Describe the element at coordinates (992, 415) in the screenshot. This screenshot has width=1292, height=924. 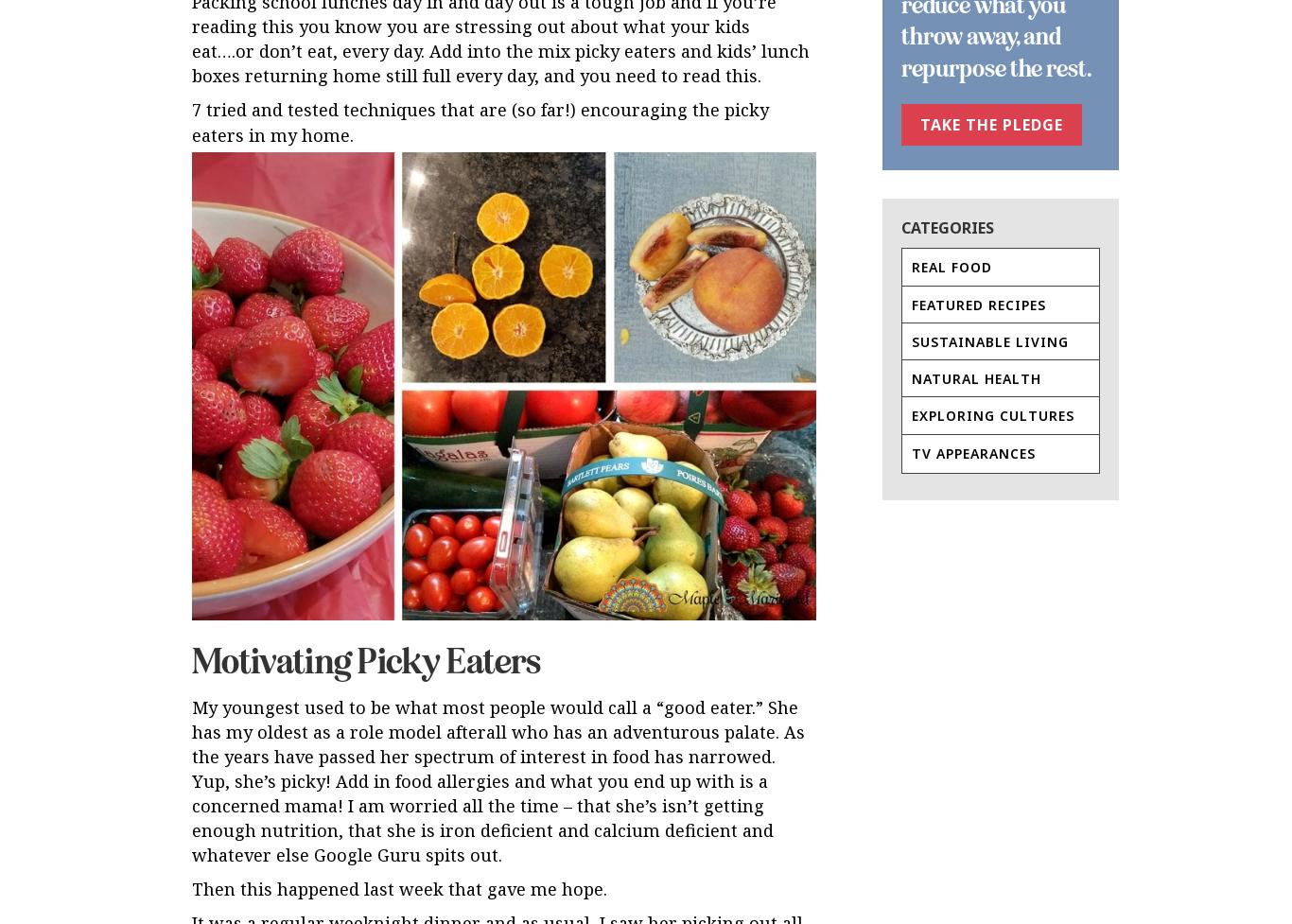
I see `'Exploring Cultures'` at that location.